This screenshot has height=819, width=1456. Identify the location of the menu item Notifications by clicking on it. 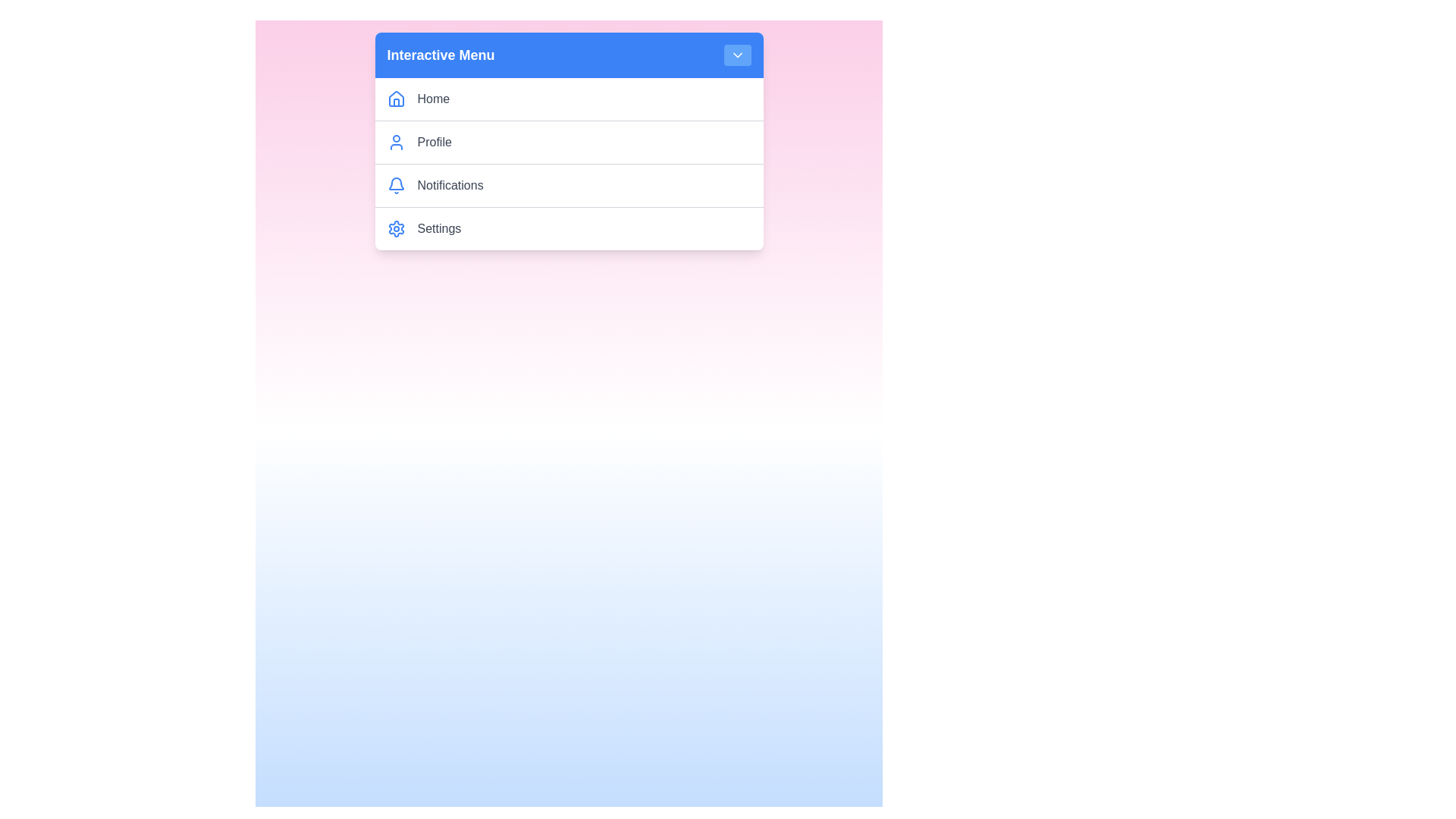
(583, 185).